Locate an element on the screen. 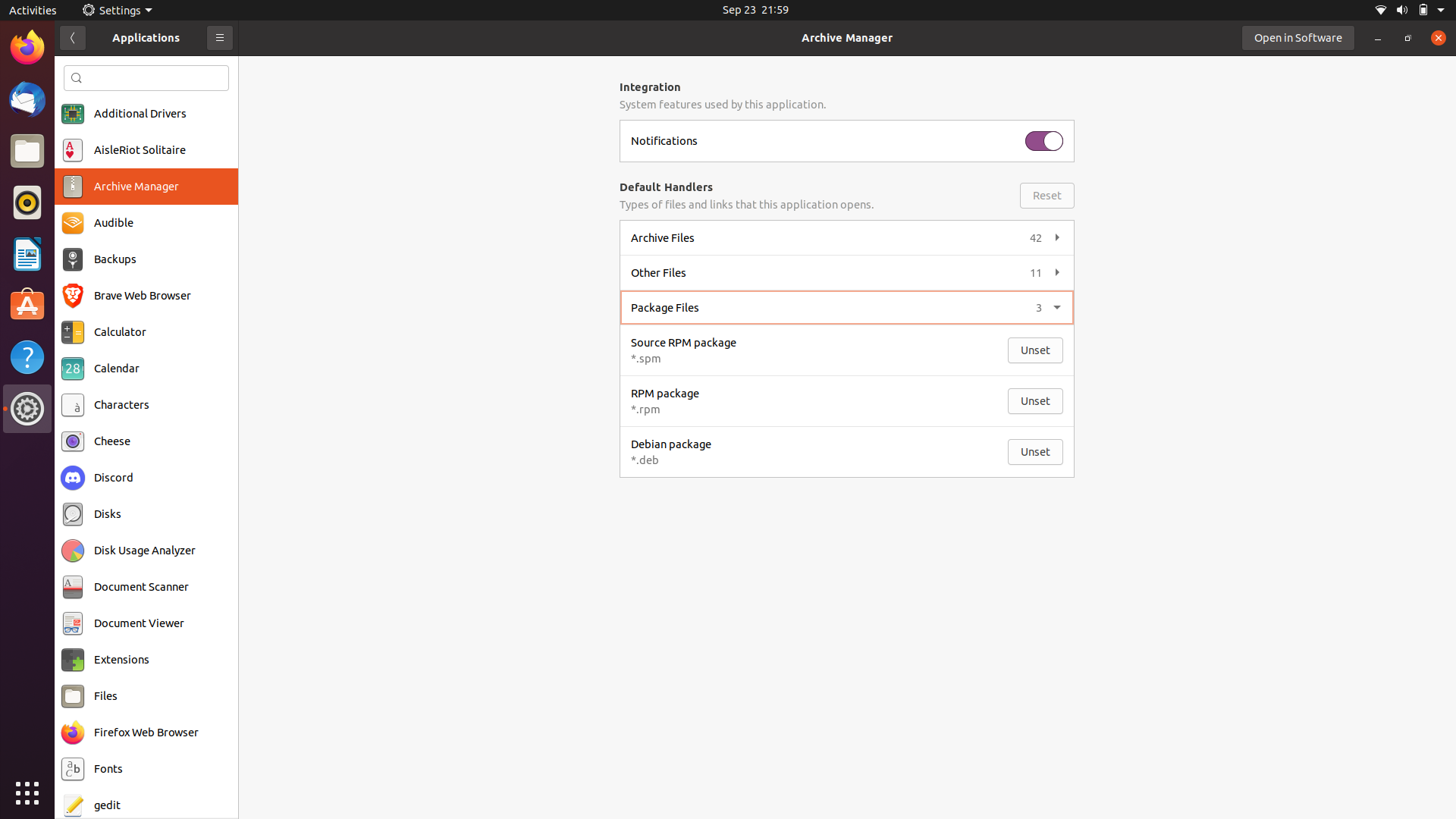 The image size is (1456, 819). Activate unset rpm package is located at coordinates (1035, 400).